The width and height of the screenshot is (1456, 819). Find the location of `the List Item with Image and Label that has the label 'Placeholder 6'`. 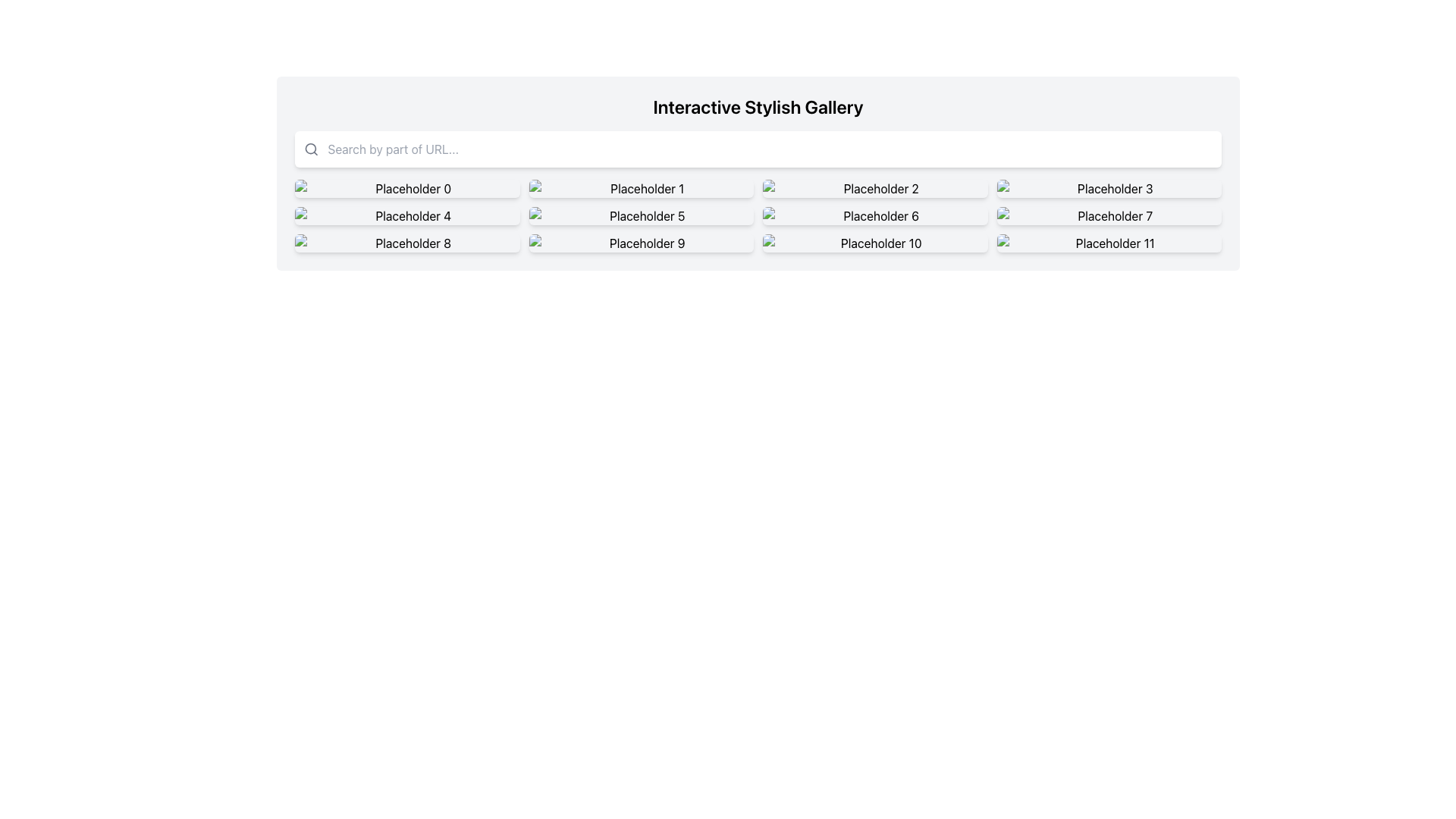

the List Item with Image and Label that has the label 'Placeholder 6' is located at coordinates (875, 216).